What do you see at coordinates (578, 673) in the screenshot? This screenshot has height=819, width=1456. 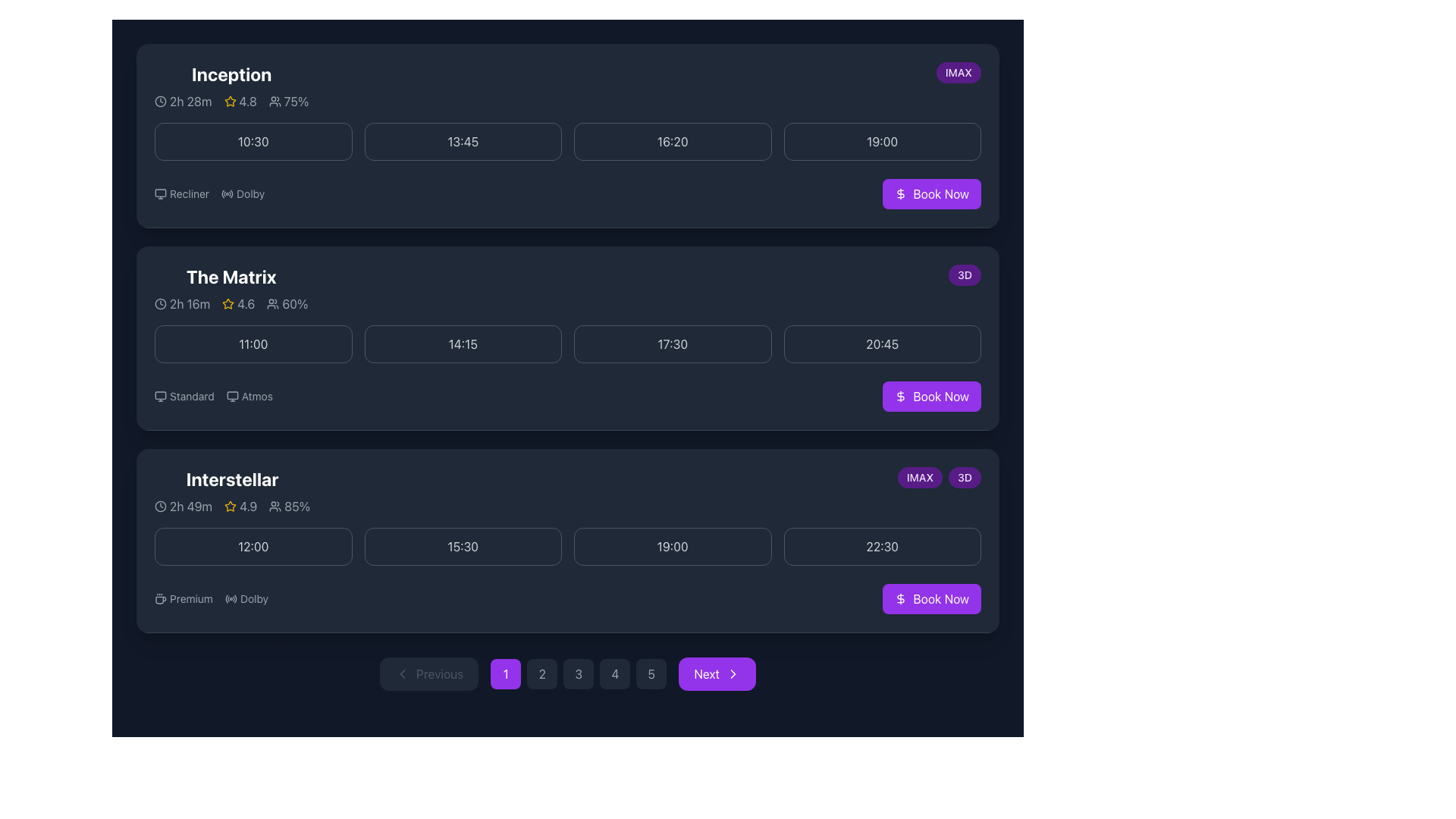 I see `the button labeled '3'` at bounding box center [578, 673].